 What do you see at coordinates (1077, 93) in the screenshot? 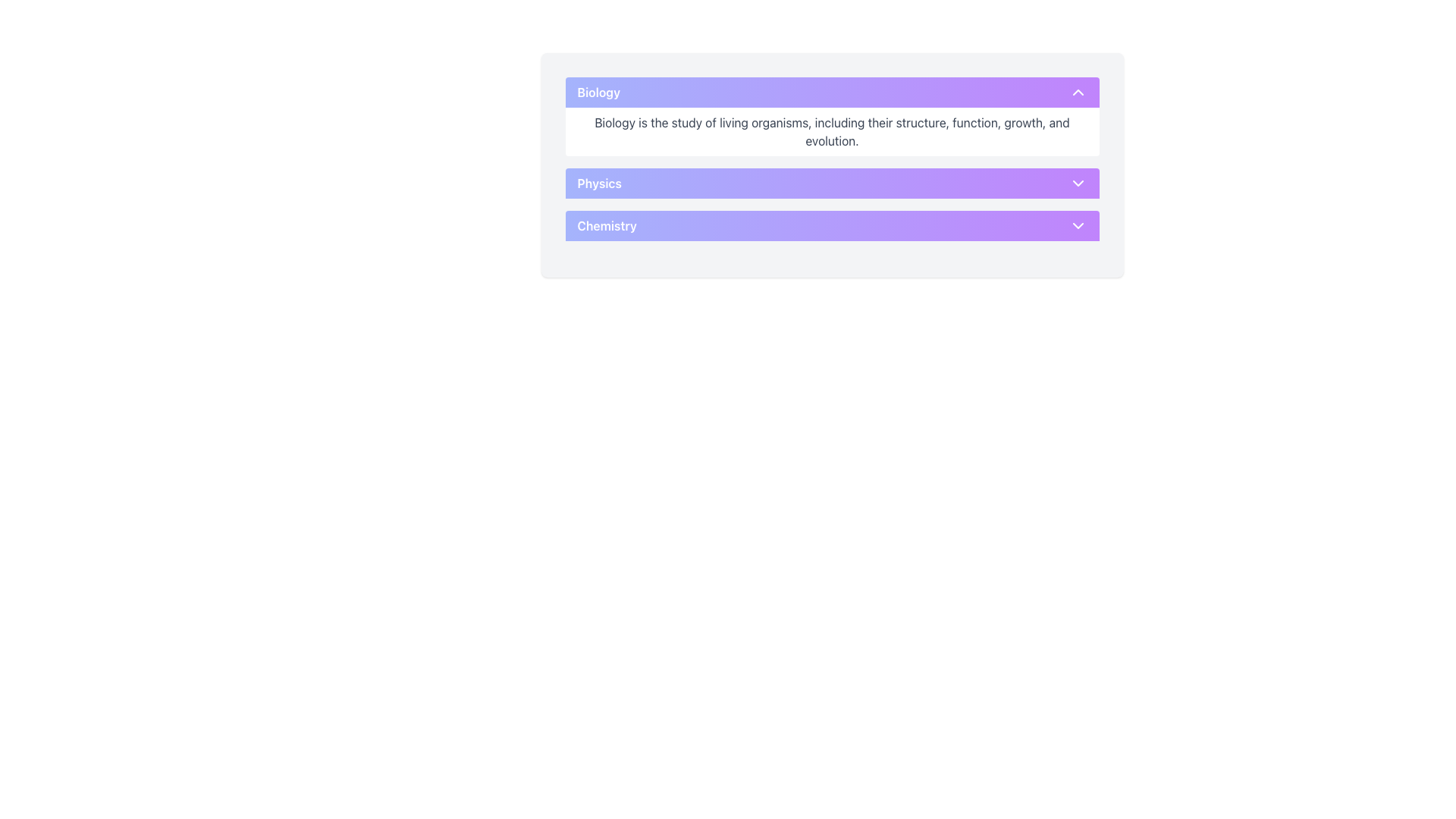
I see `the chevron icon located at the far right of the 'Biology' header section` at bounding box center [1077, 93].